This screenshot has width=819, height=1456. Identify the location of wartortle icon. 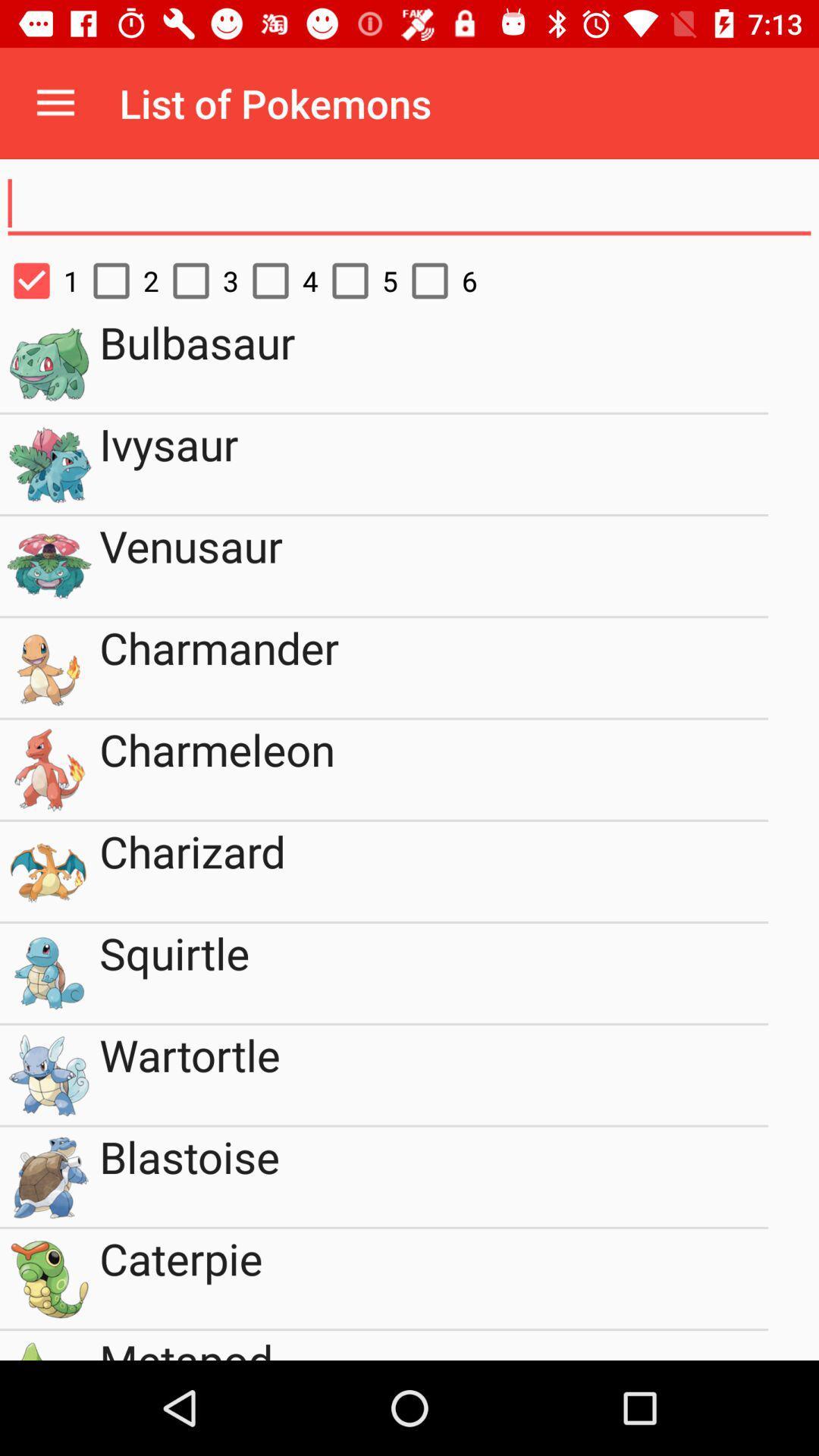
(434, 1074).